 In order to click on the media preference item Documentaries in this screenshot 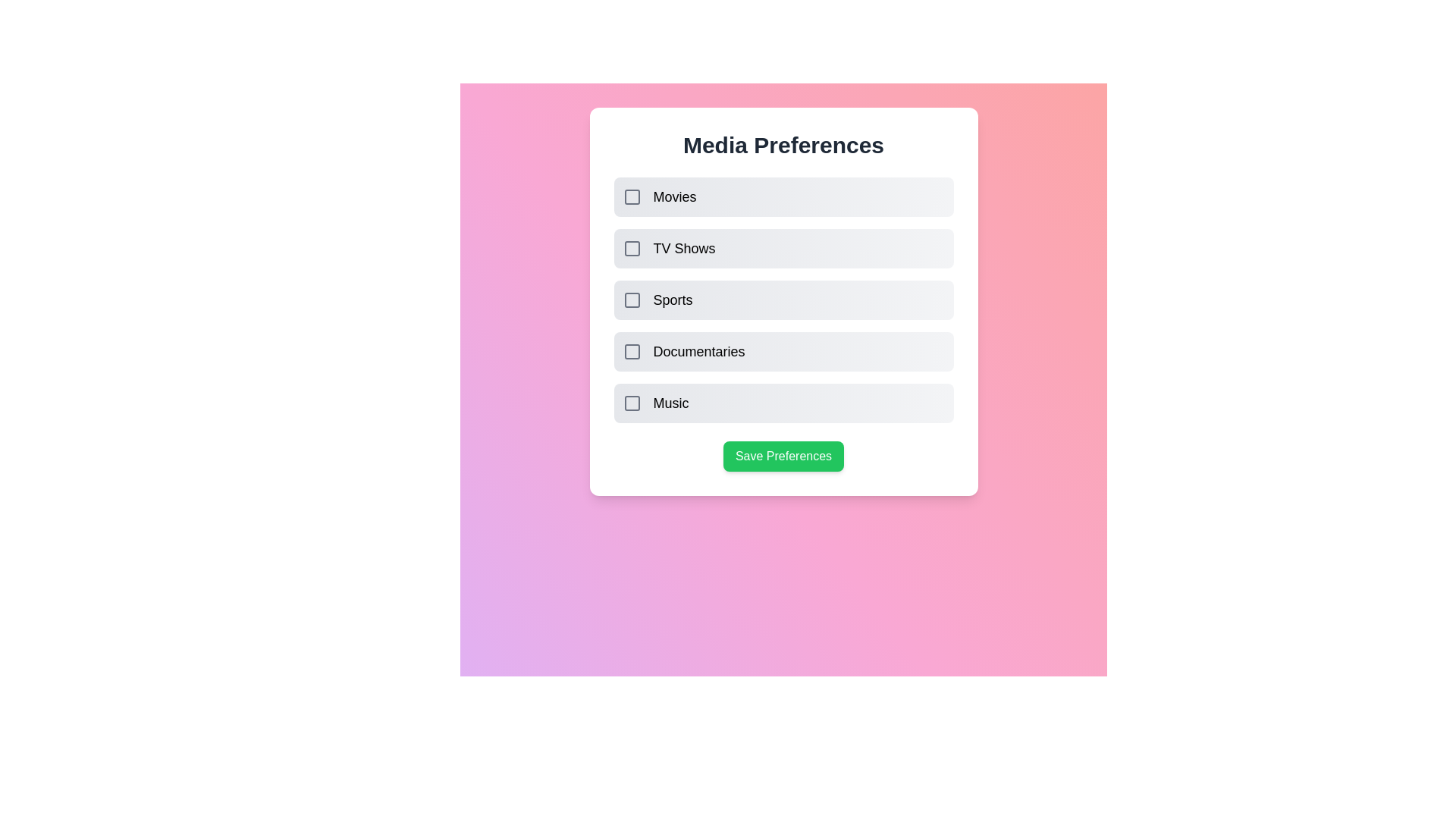, I will do `click(632, 351)`.